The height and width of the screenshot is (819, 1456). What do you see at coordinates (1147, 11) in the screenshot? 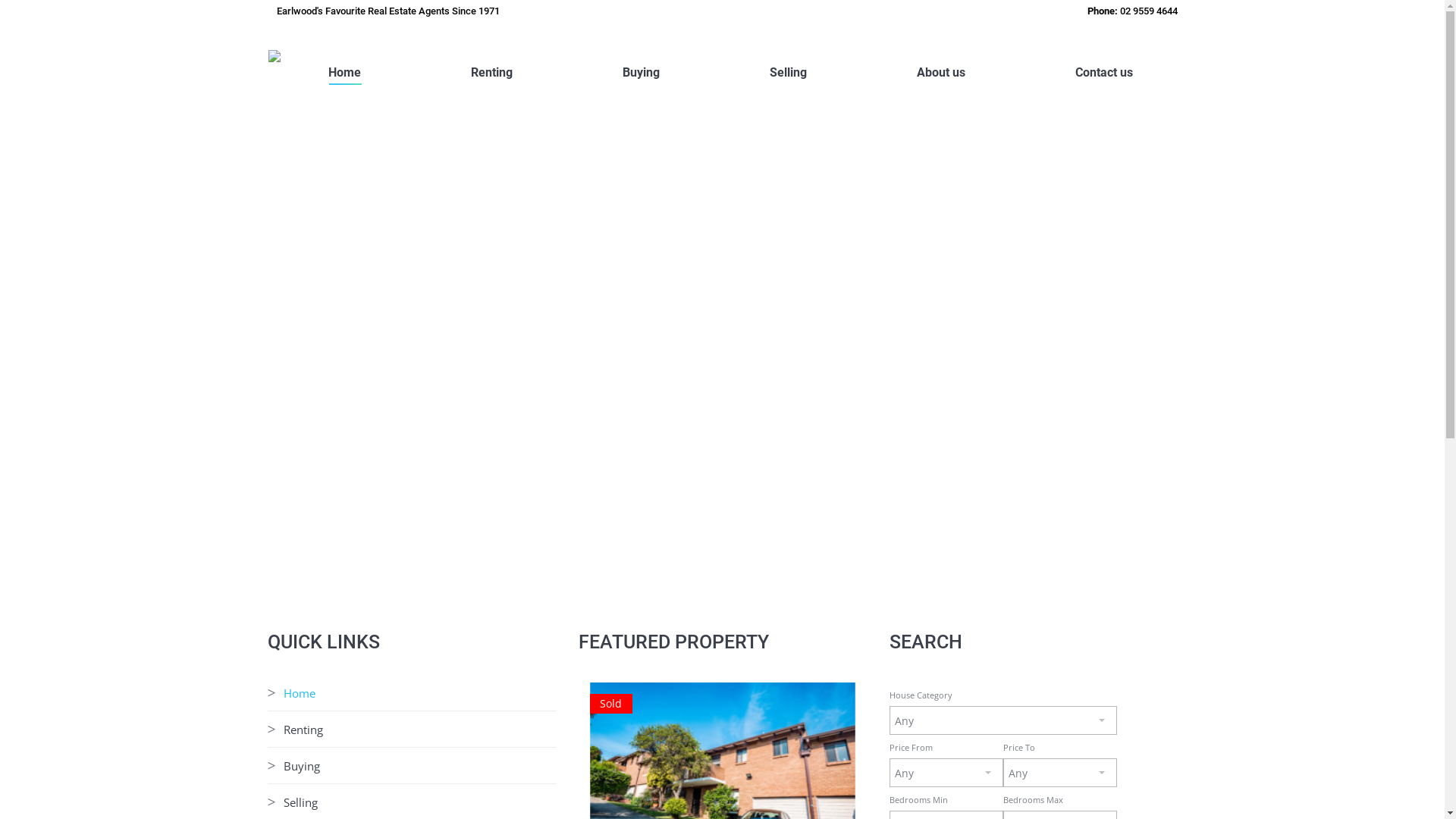
I see `'02 9559 4644'` at bounding box center [1147, 11].